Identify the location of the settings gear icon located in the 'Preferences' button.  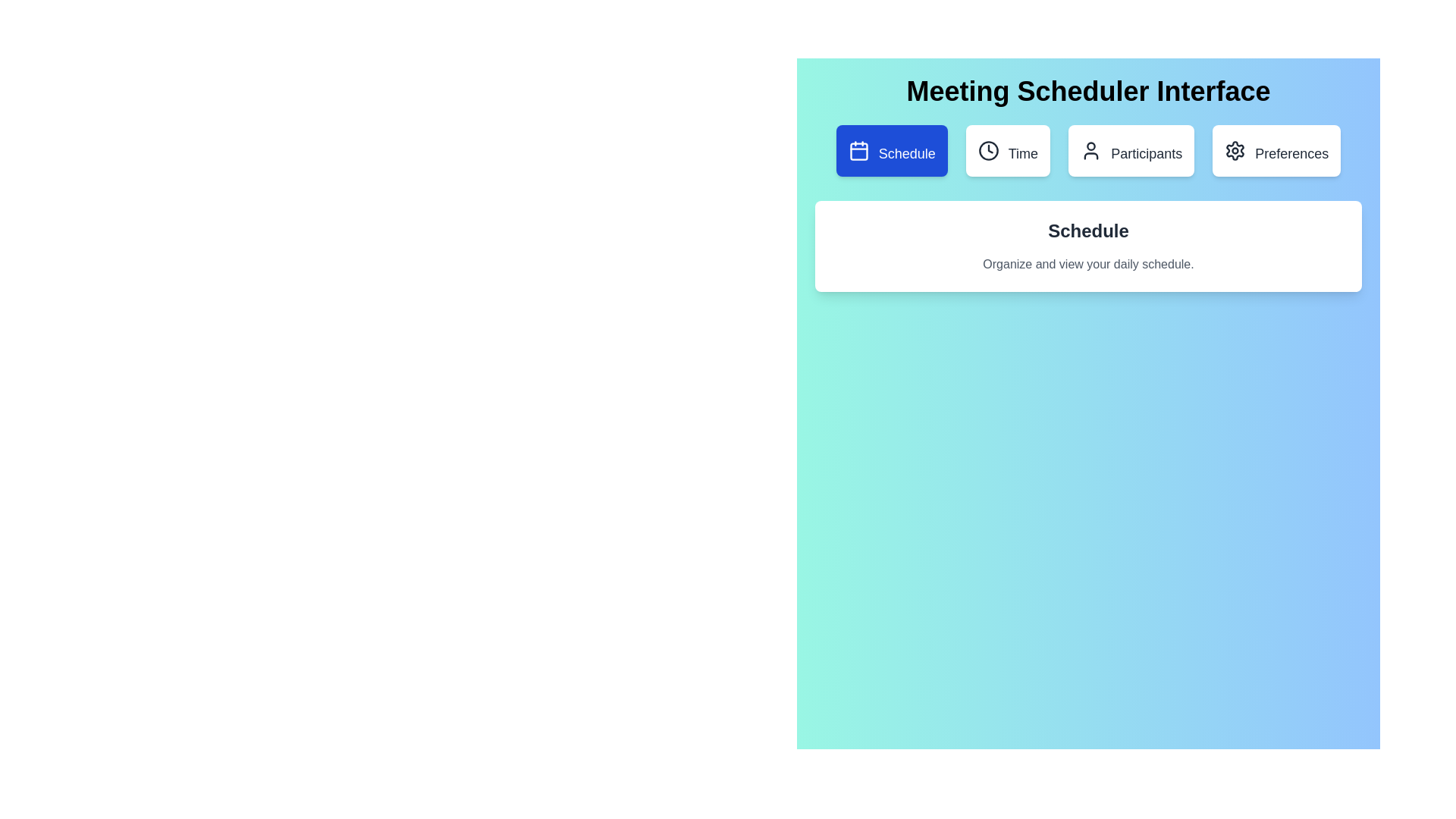
(1235, 151).